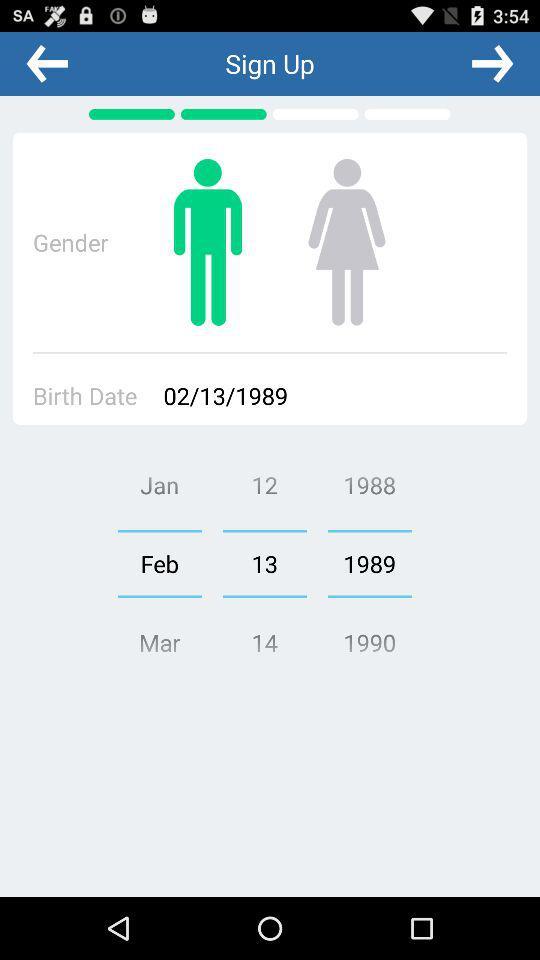 The width and height of the screenshot is (540, 960). Describe the element at coordinates (345, 241) in the screenshot. I see `option to click if your gender is female` at that location.